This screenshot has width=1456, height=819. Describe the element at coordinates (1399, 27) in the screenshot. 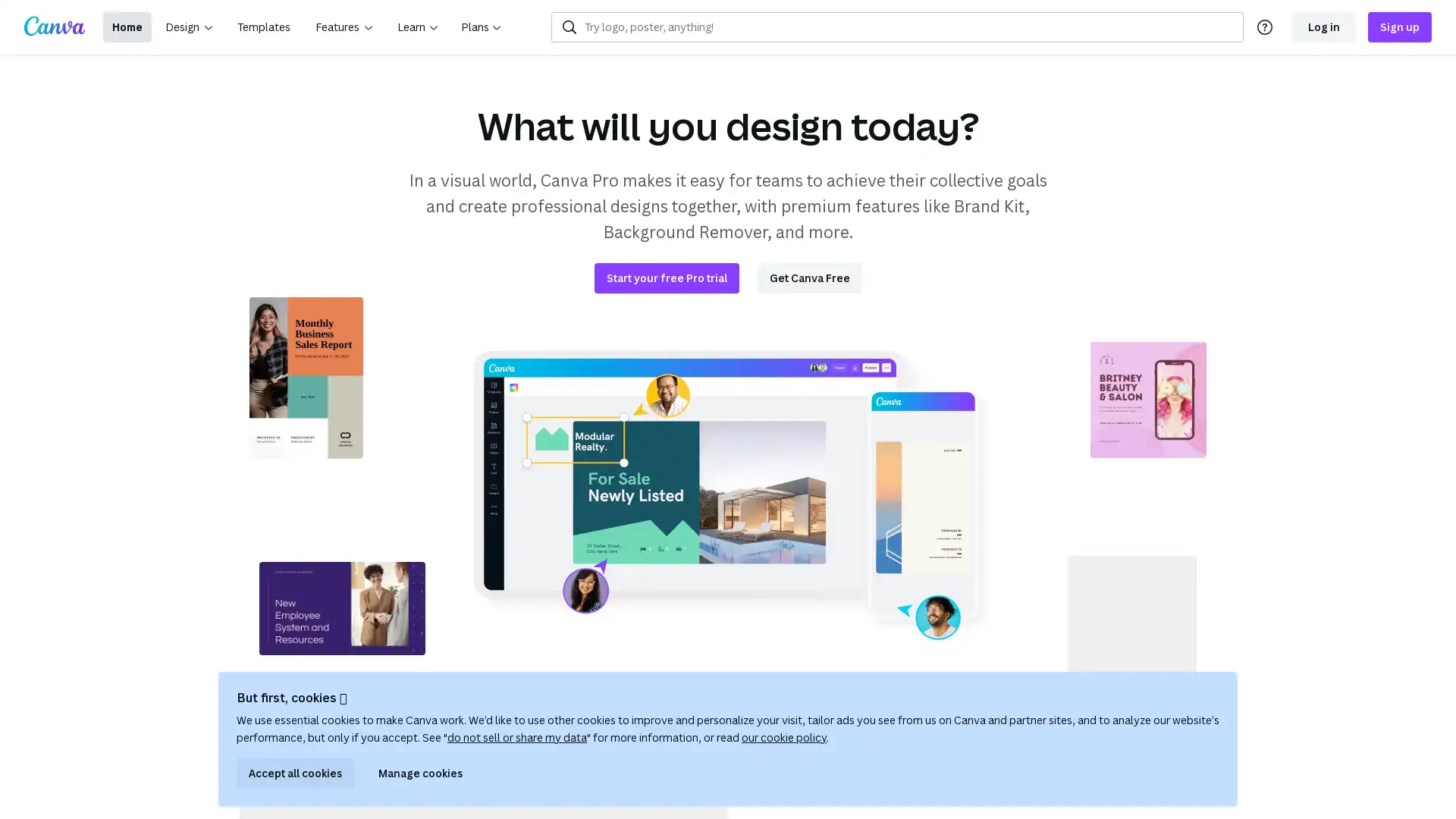

I see `Sign up` at that location.